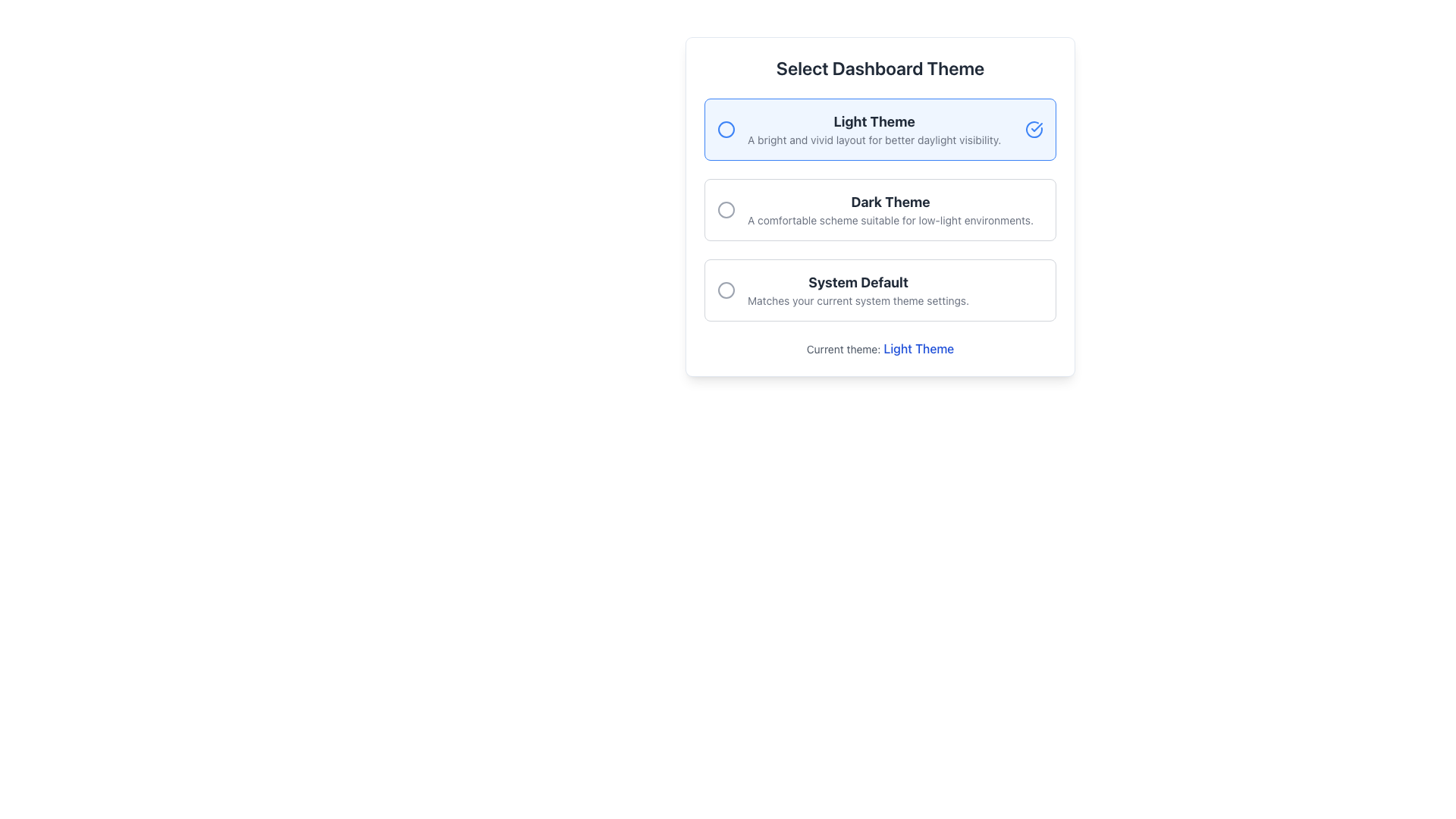  I want to click on the 'Light Theme' selectable option located within the settings interface, which is the second option under 'Select Dashboard Theme', so click(880, 128).